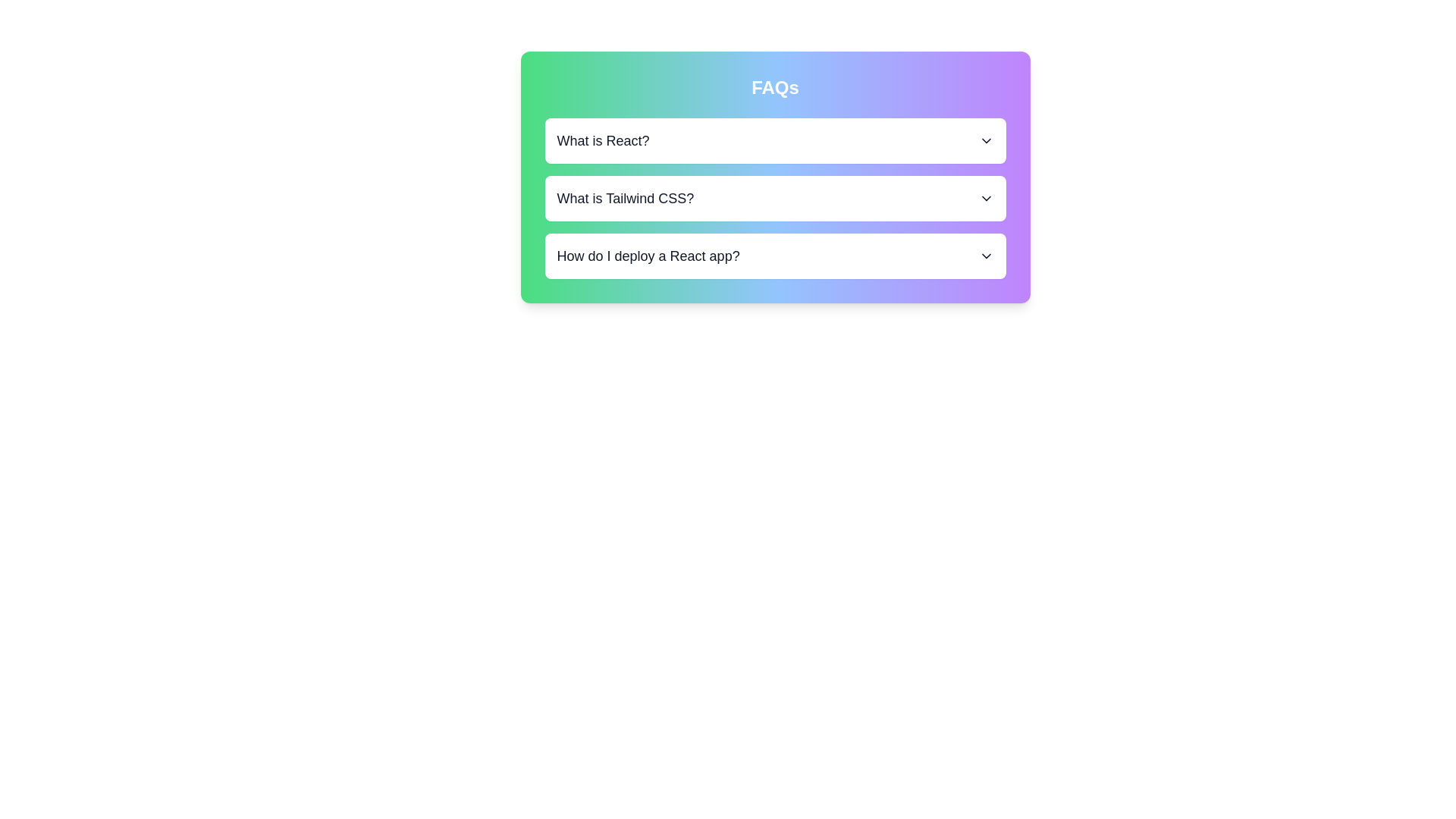 The width and height of the screenshot is (1456, 819). What do you see at coordinates (986, 140) in the screenshot?
I see `the downward chevron icon located at the right edge of the 'What is React?' question card` at bounding box center [986, 140].